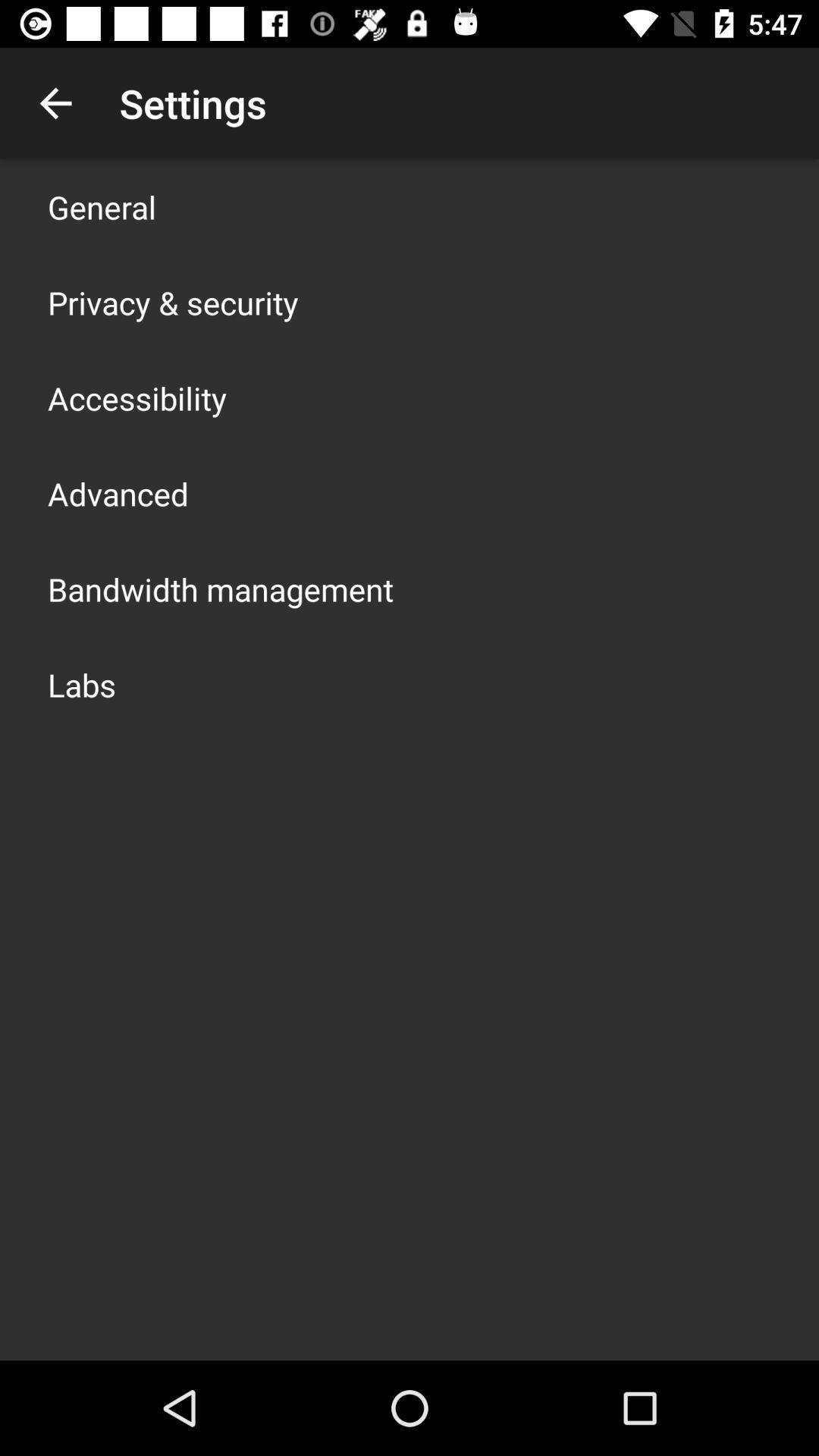  What do you see at coordinates (172, 302) in the screenshot?
I see `item below general app` at bounding box center [172, 302].